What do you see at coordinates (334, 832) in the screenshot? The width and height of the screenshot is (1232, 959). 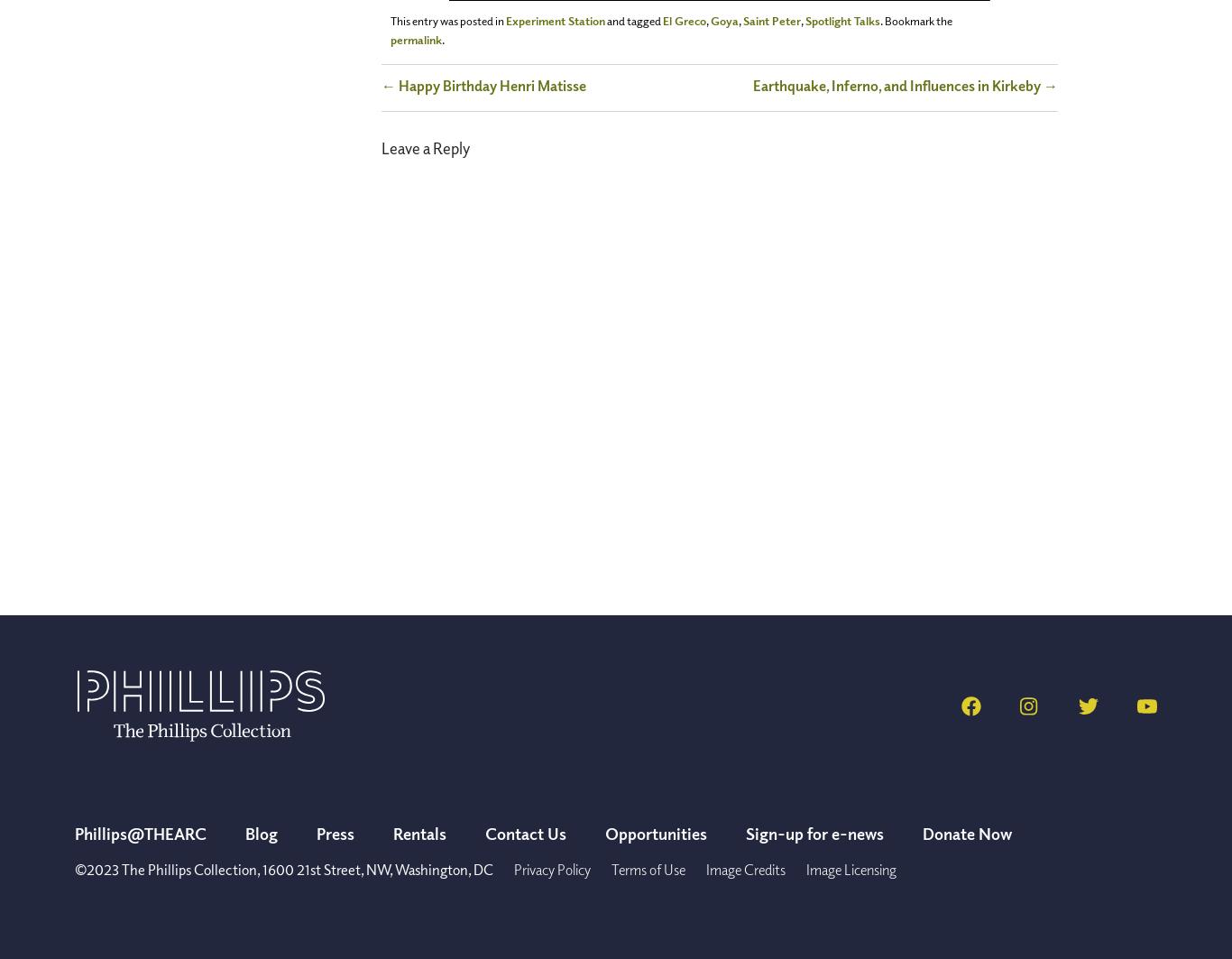 I see `'Press'` at bounding box center [334, 832].